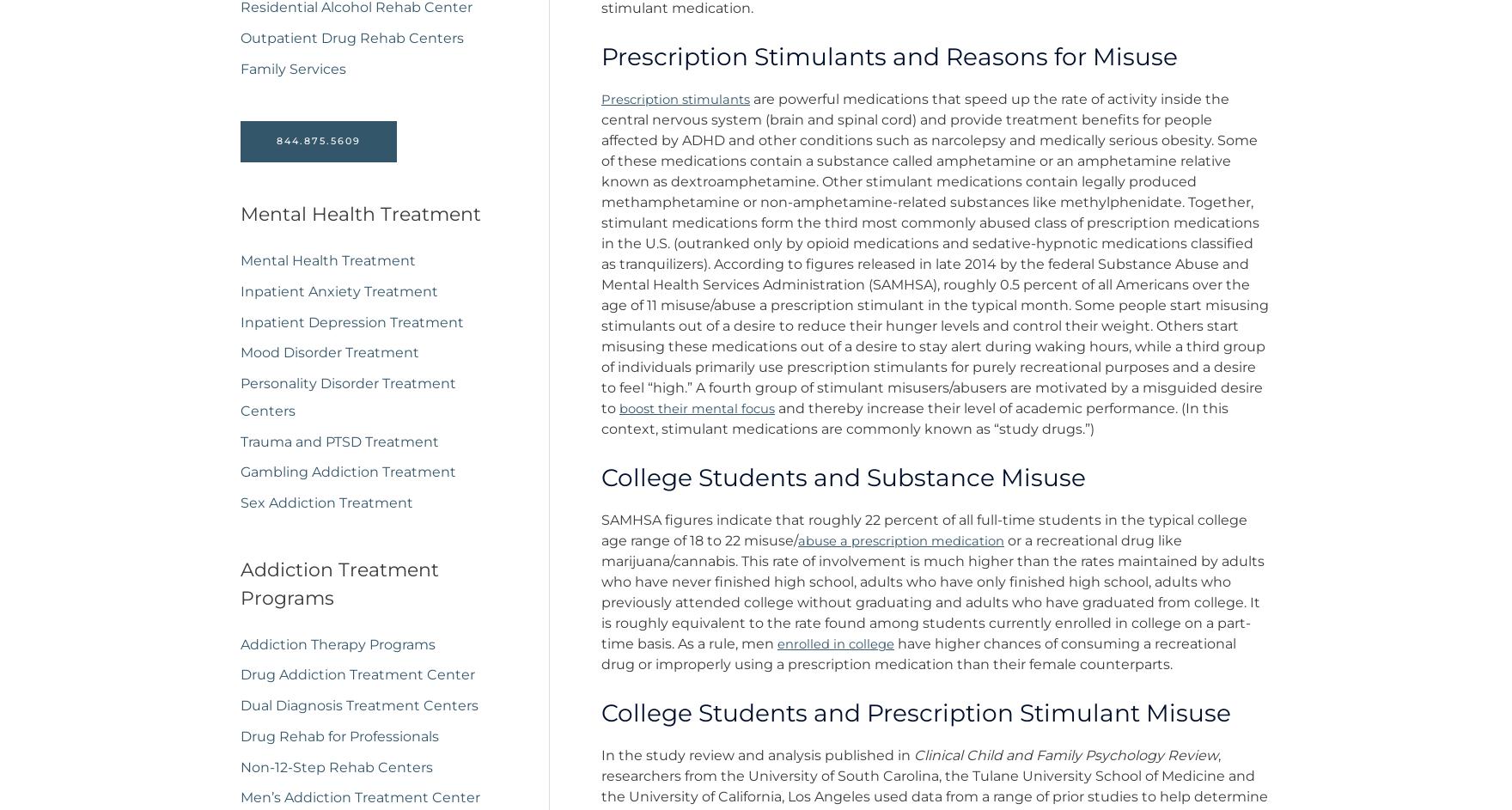 This screenshot has width=1512, height=810. Describe the element at coordinates (240, 743) in the screenshot. I see `'Drug Rehab for Professionals'` at that location.